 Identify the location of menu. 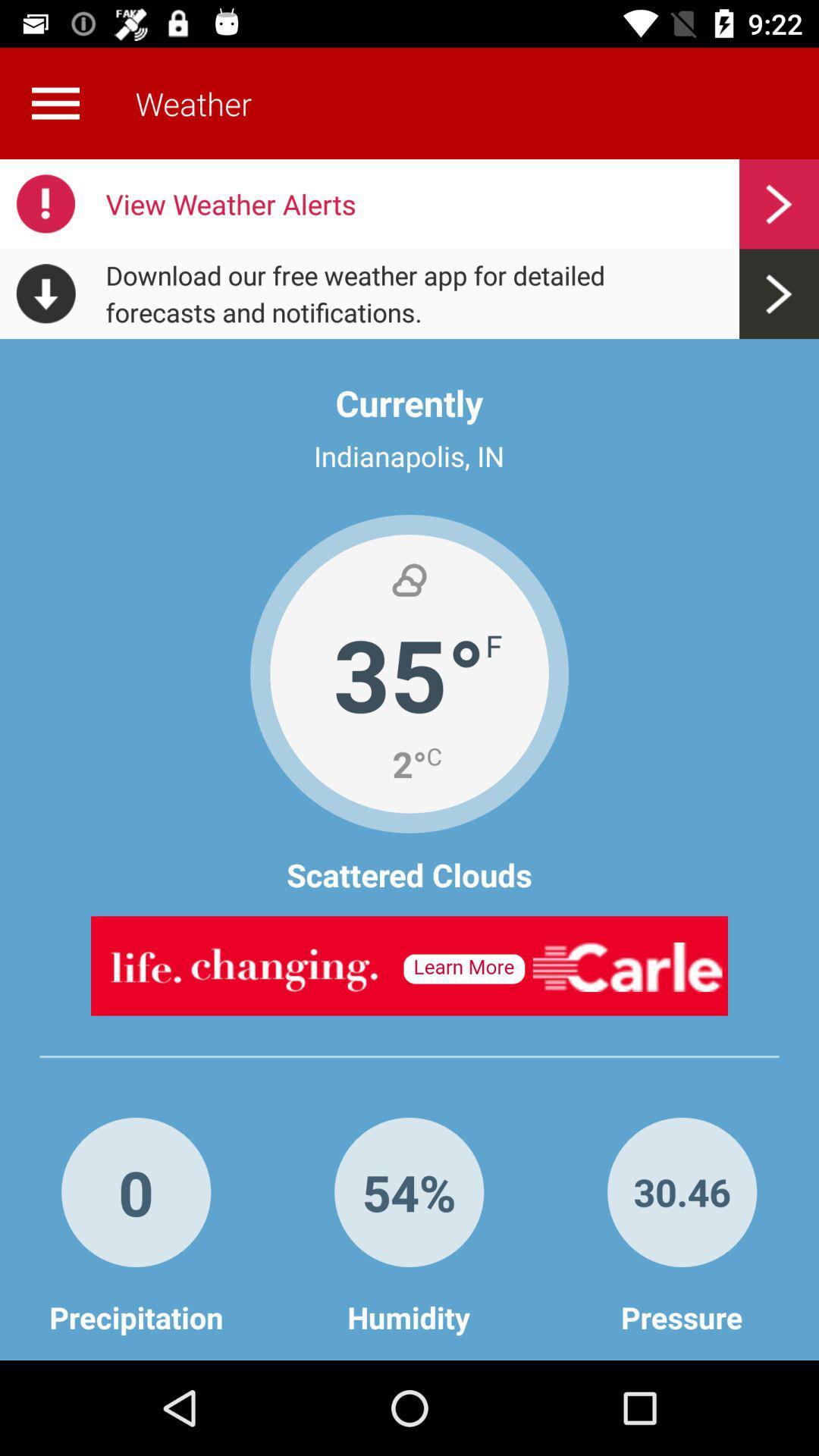
(55, 102).